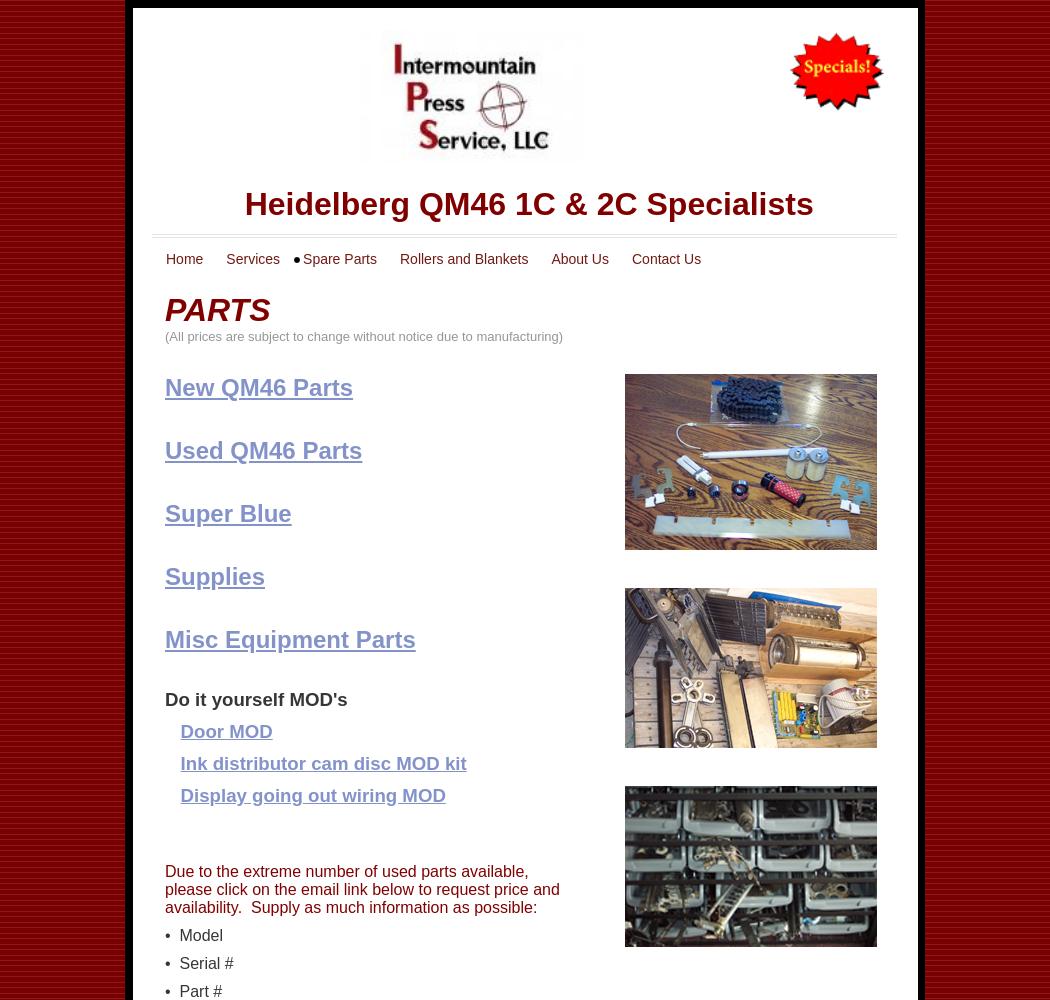  What do you see at coordinates (712, 203) in the screenshot?
I see `'C Specialists'` at bounding box center [712, 203].